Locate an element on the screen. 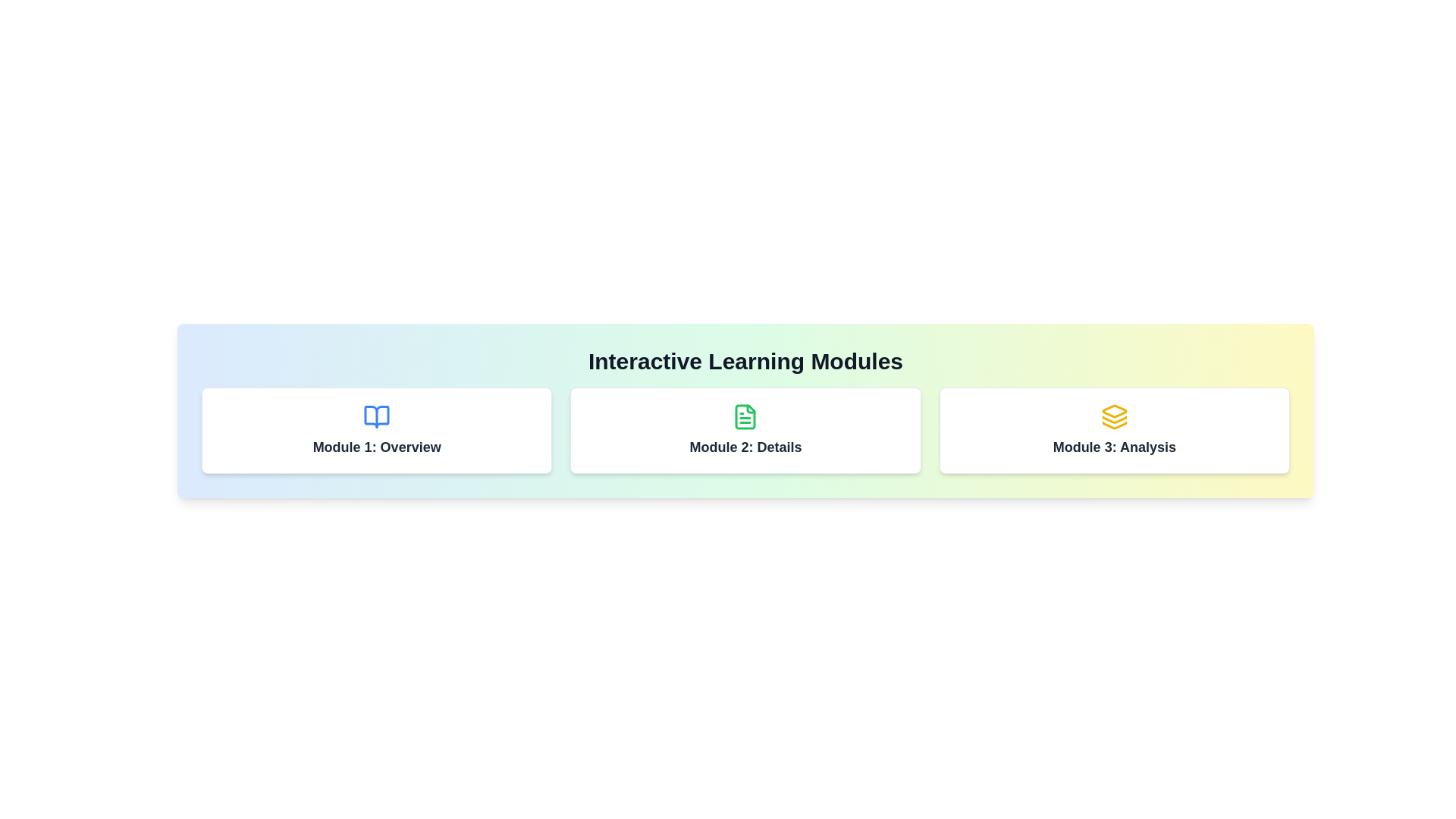  contents of the text label displaying 'Module 2: Details' which is centrally positioned in the interface of the 'Interactive Learning Modules' is located at coordinates (745, 447).